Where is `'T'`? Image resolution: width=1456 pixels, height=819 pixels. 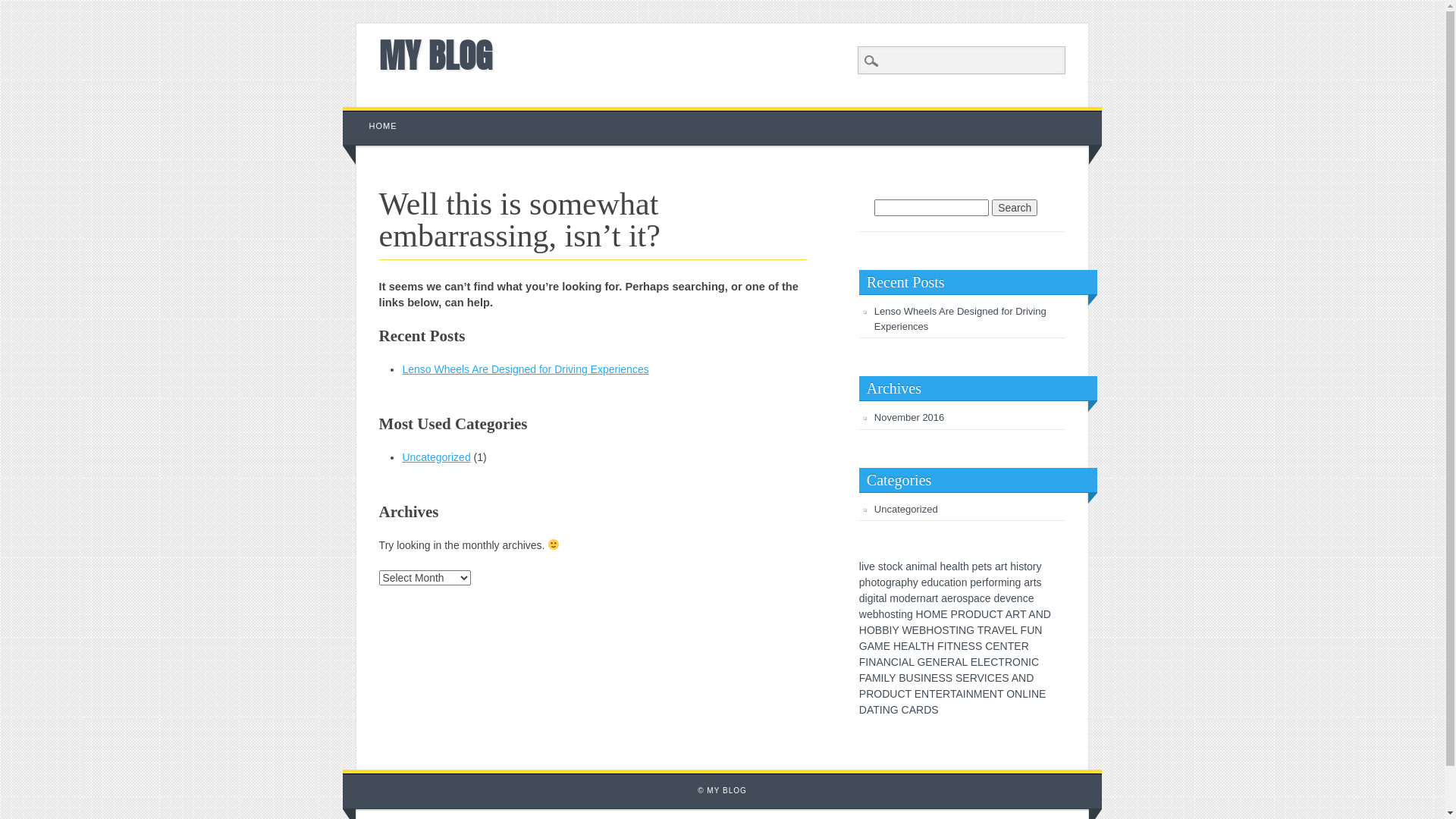
'T' is located at coordinates (952, 693).